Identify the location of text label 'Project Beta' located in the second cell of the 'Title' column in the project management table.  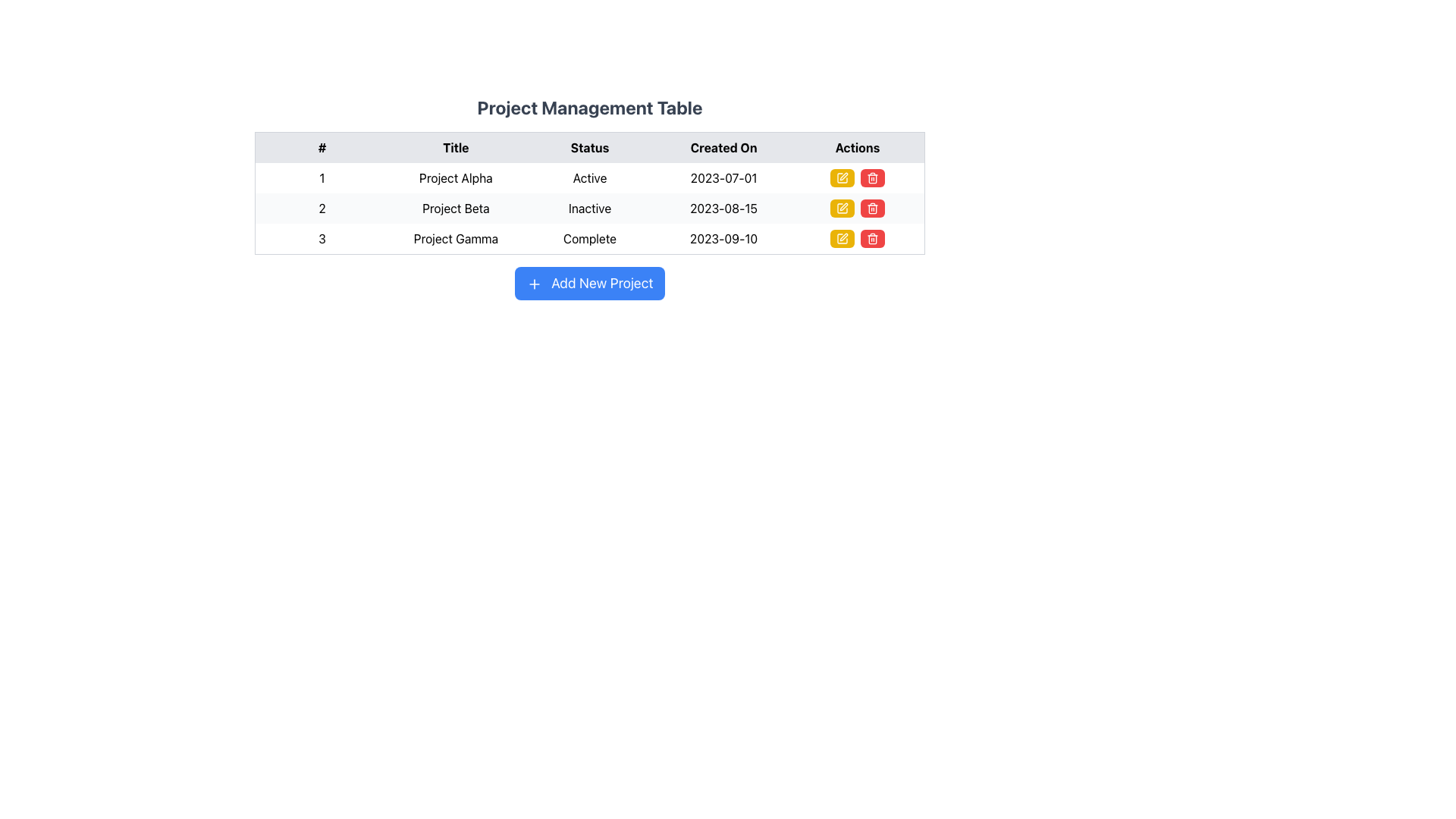
(455, 208).